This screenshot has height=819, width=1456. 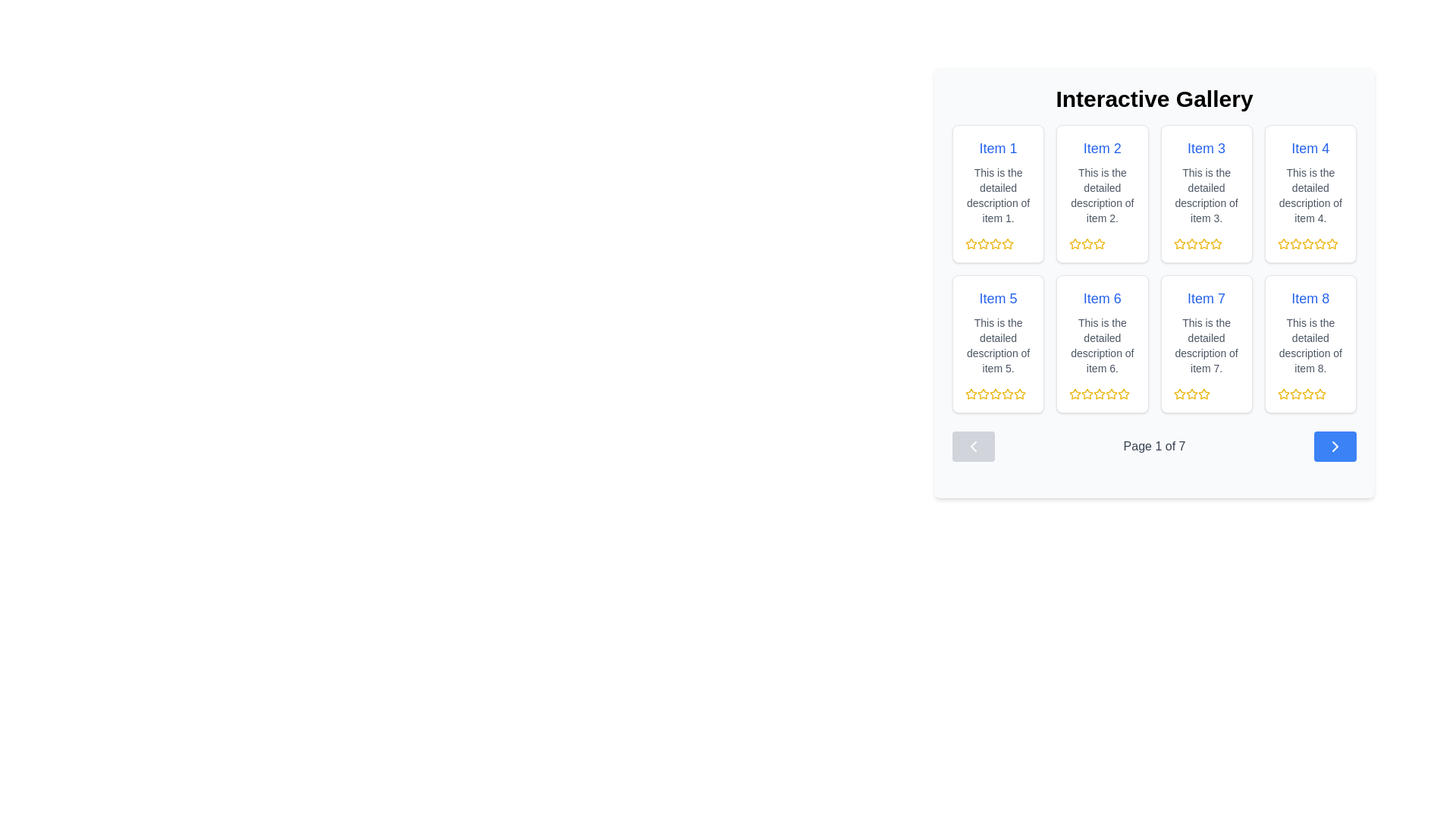 I want to click on the third yellow star icon with a hollow center in the rating system under the card labeled 'Item 5' on the second row of the gallery grid, so click(x=983, y=394).